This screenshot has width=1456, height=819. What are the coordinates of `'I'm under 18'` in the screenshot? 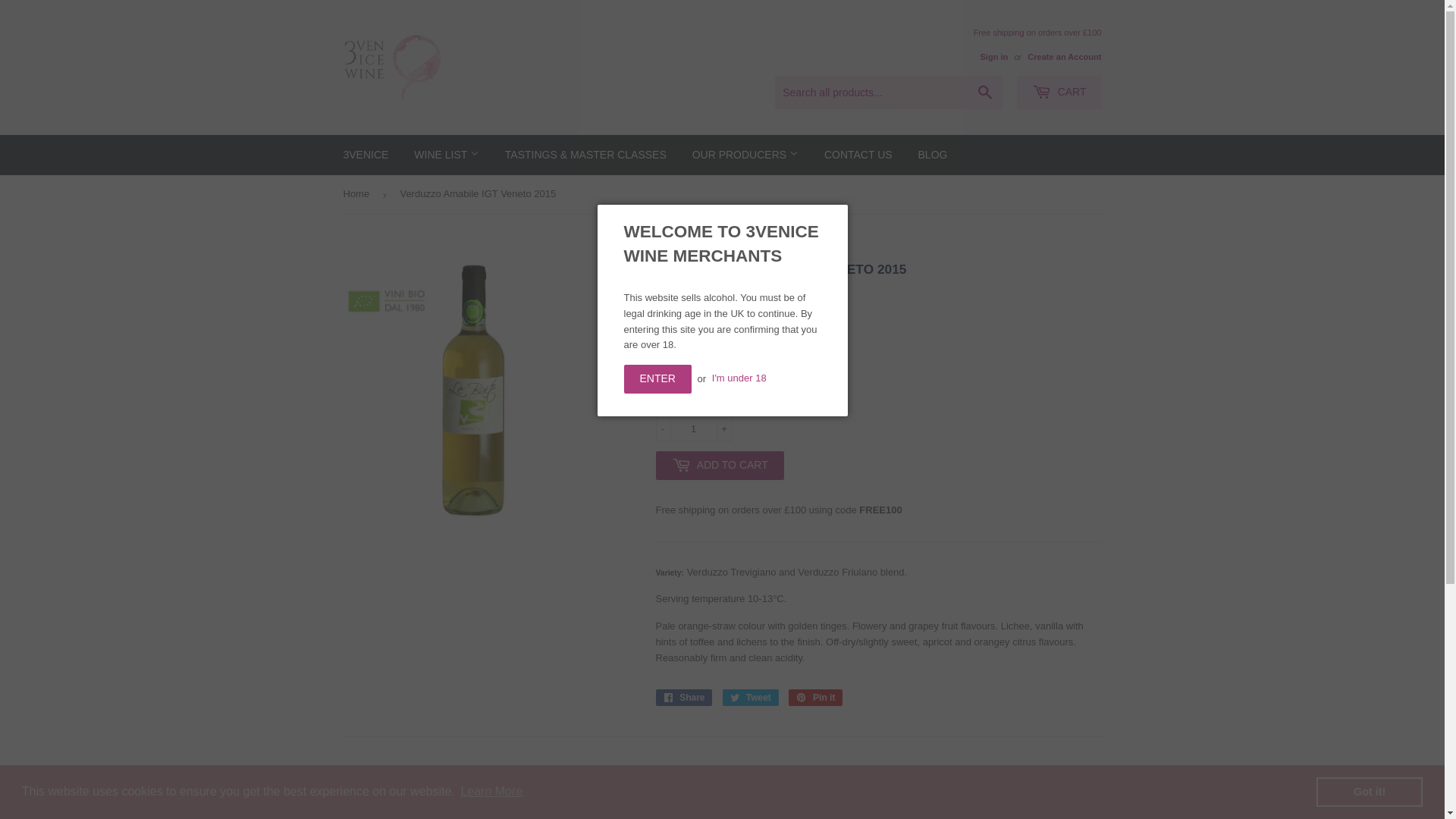 It's located at (739, 378).